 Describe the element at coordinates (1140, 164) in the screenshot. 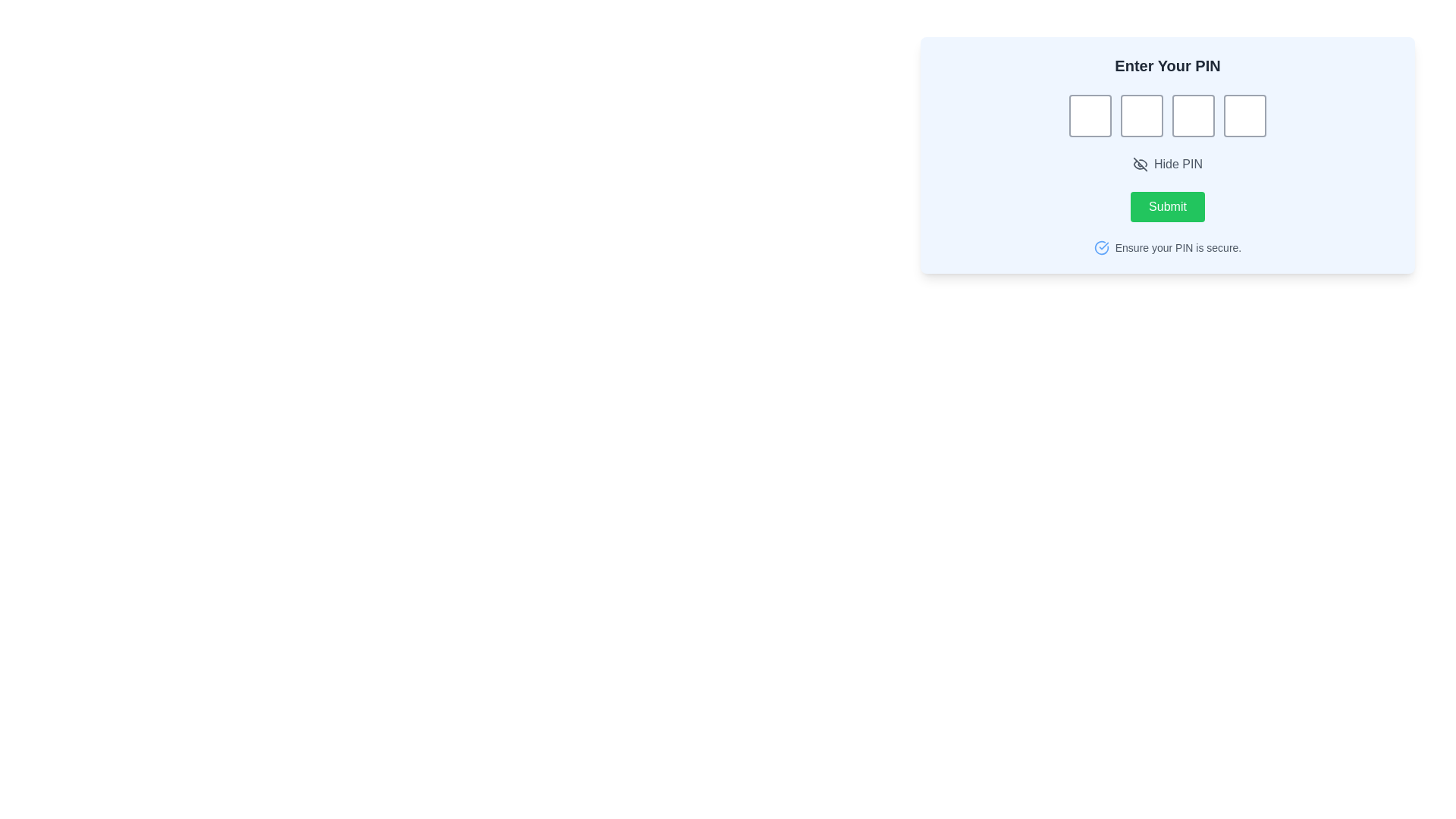

I see `the visibility toggle icon located to the left of the text 'Hide PIN'` at that location.